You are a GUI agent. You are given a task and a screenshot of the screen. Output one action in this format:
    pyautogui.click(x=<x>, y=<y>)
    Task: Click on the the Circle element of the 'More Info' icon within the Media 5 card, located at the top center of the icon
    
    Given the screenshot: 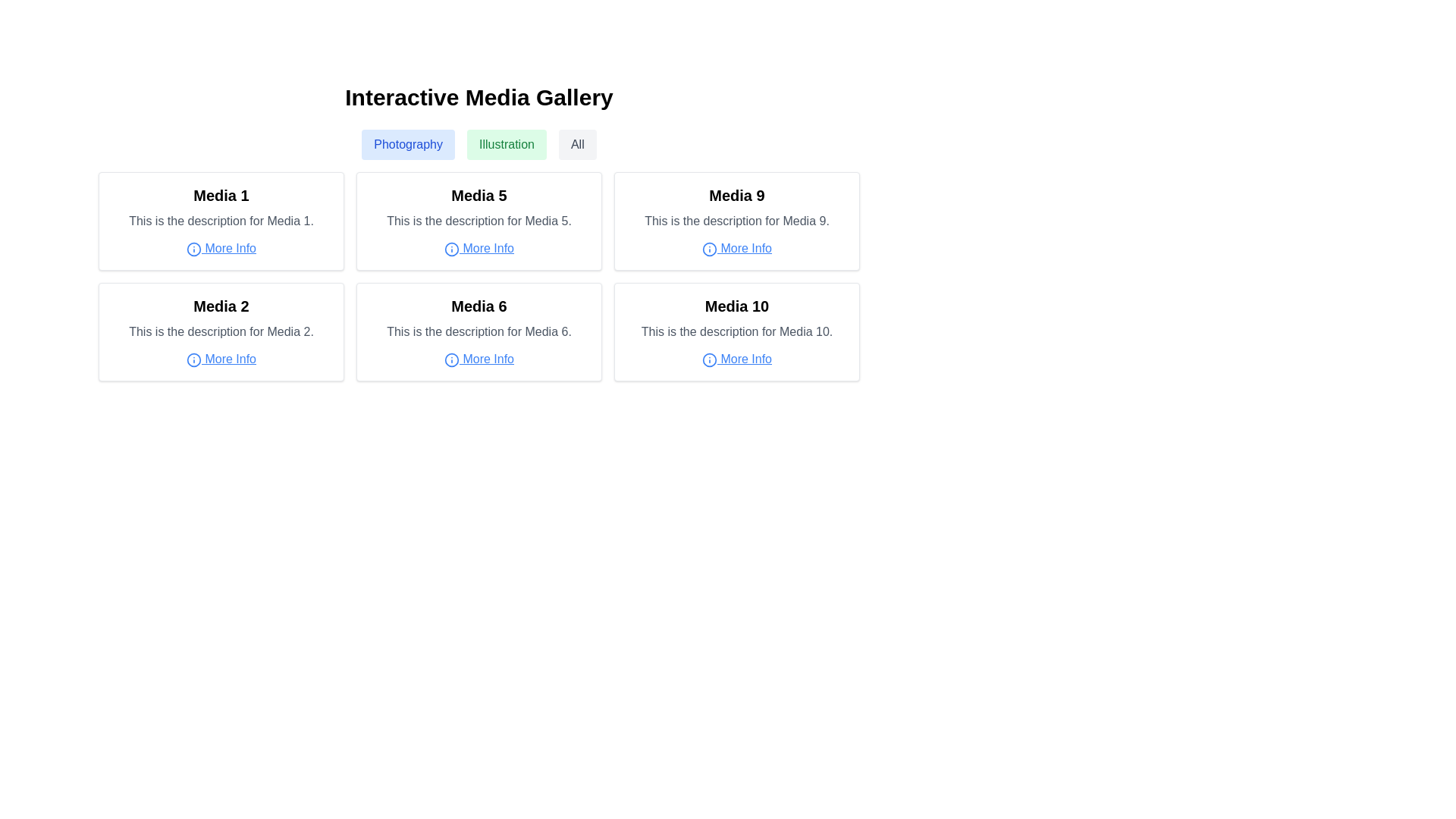 What is the action you would take?
    pyautogui.click(x=450, y=248)
    